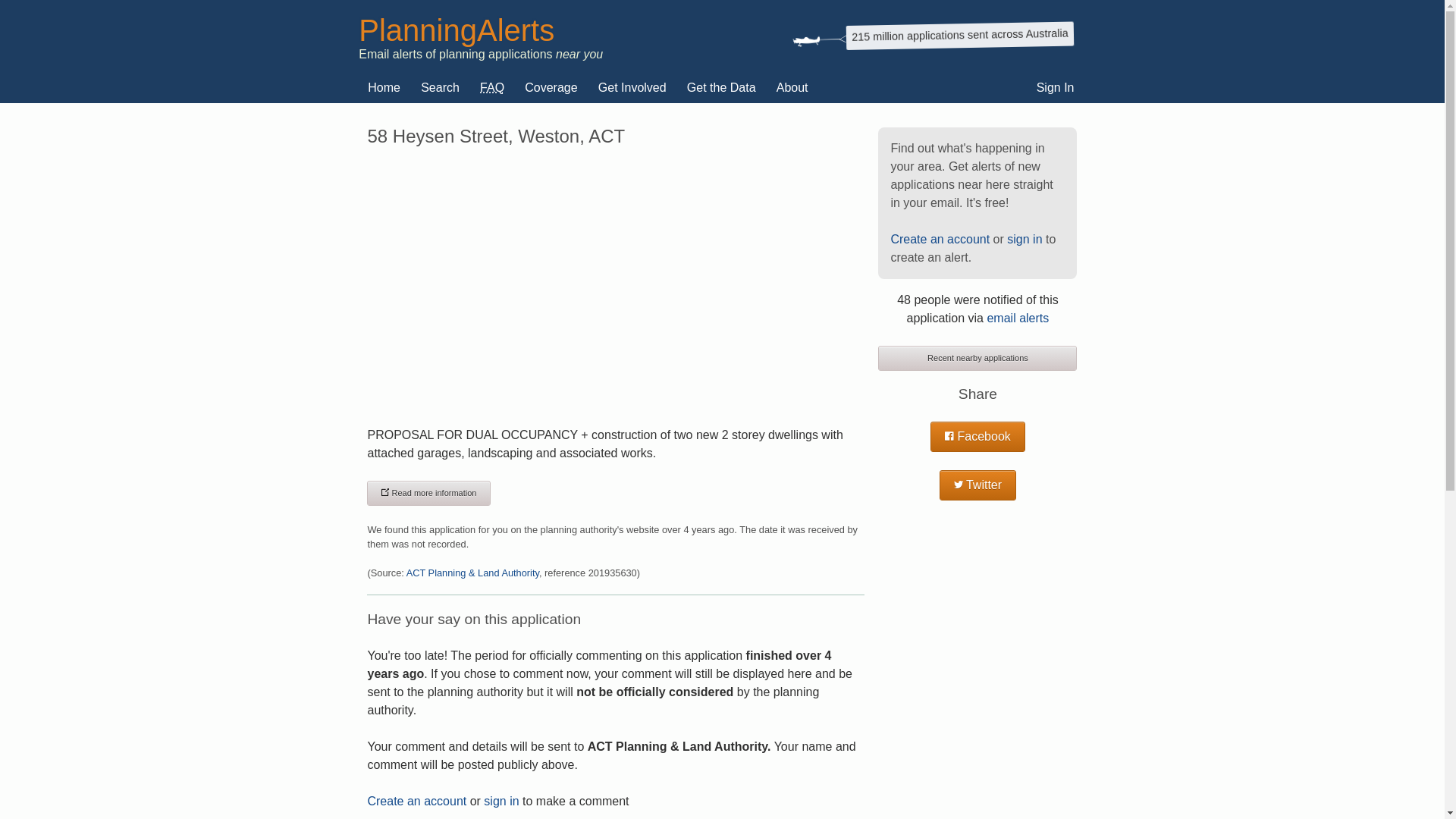 This screenshot has width=1456, height=819. Describe the element at coordinates (483, 800) in the screenshot. I see `'sign in'` at that location.